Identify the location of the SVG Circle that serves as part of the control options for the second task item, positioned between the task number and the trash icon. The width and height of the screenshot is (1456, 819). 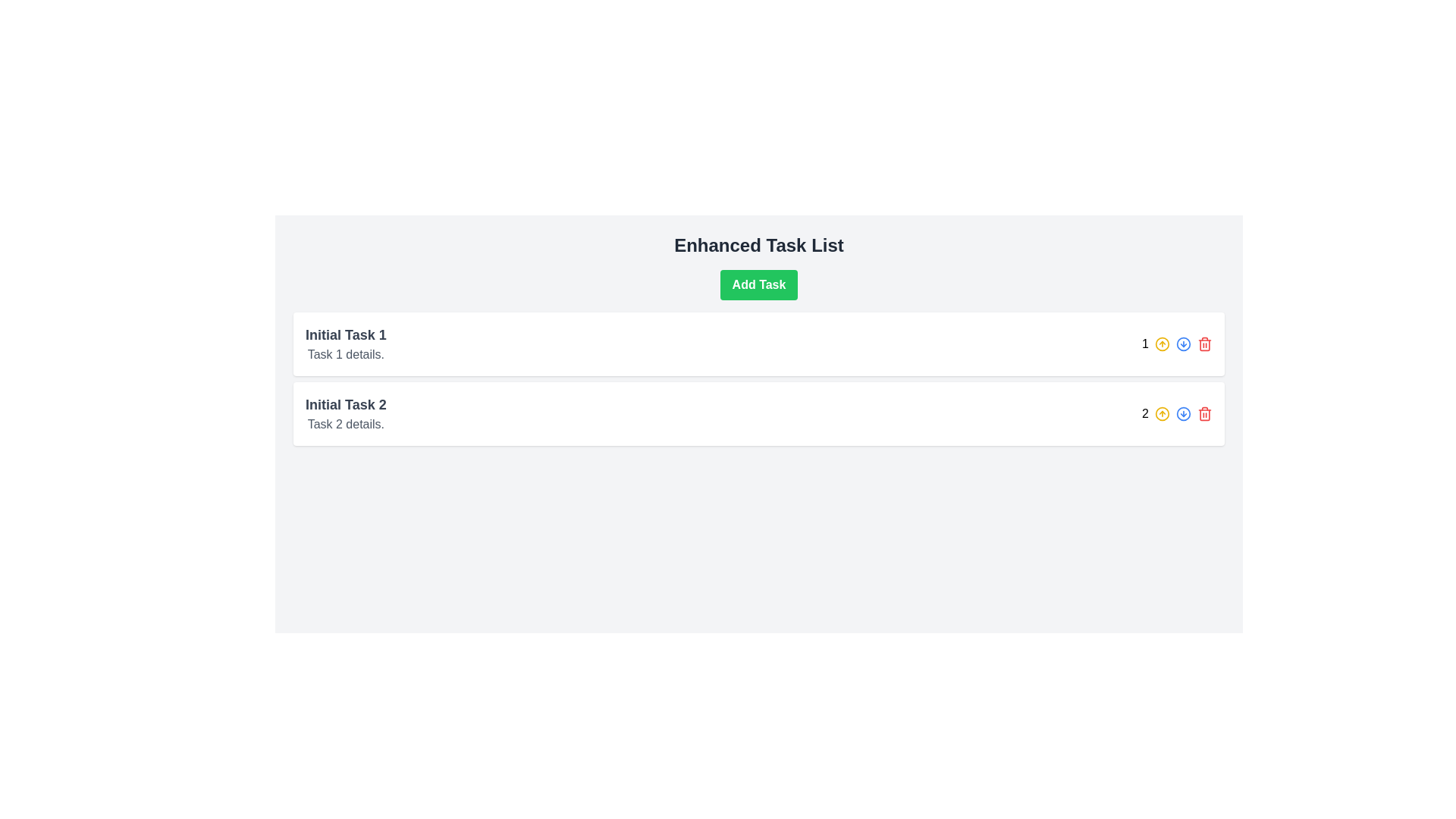
(1161, 344).